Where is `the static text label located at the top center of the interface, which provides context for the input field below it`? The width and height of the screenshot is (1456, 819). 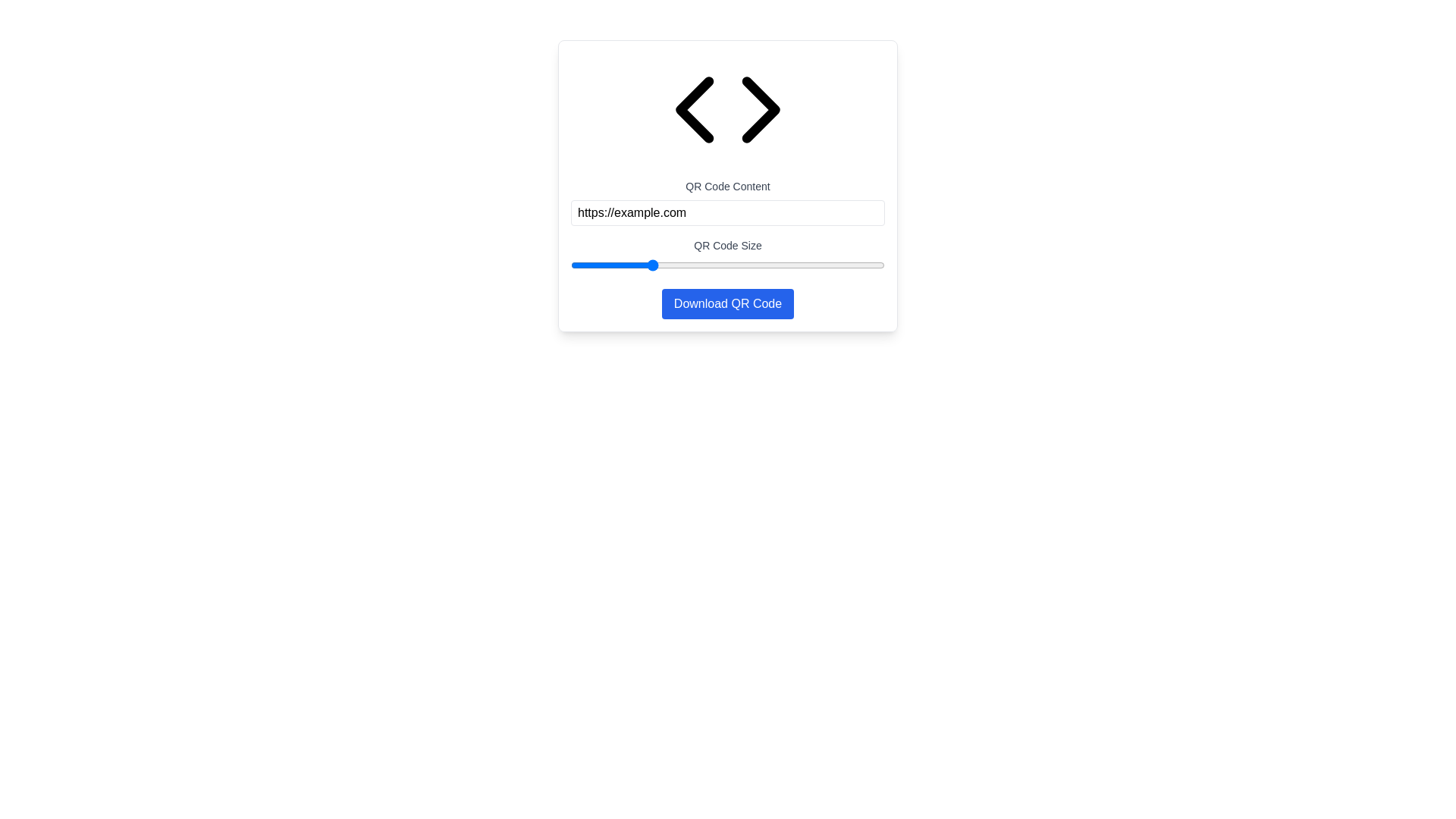 the static text label located at the top center of the interface, which provides context for the input field below it is located at coordinates (728, 186).